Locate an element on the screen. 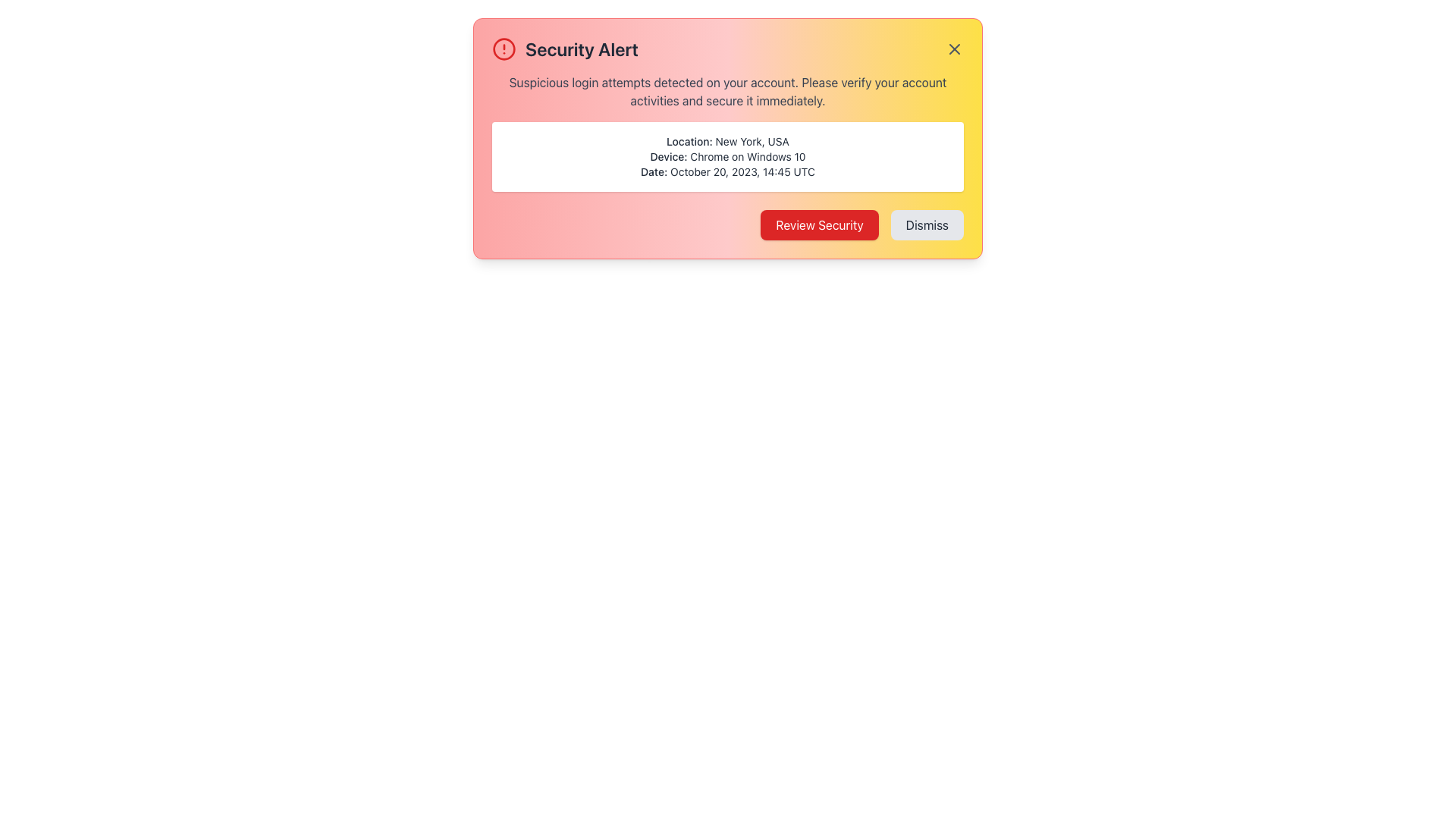 Image resolution: width=1456 pixels, height=819 pixels. security warning text displayed in the notification box located below the 'Security Alert' title and above the details about location, device, and date is located at coordinates (728, 91).